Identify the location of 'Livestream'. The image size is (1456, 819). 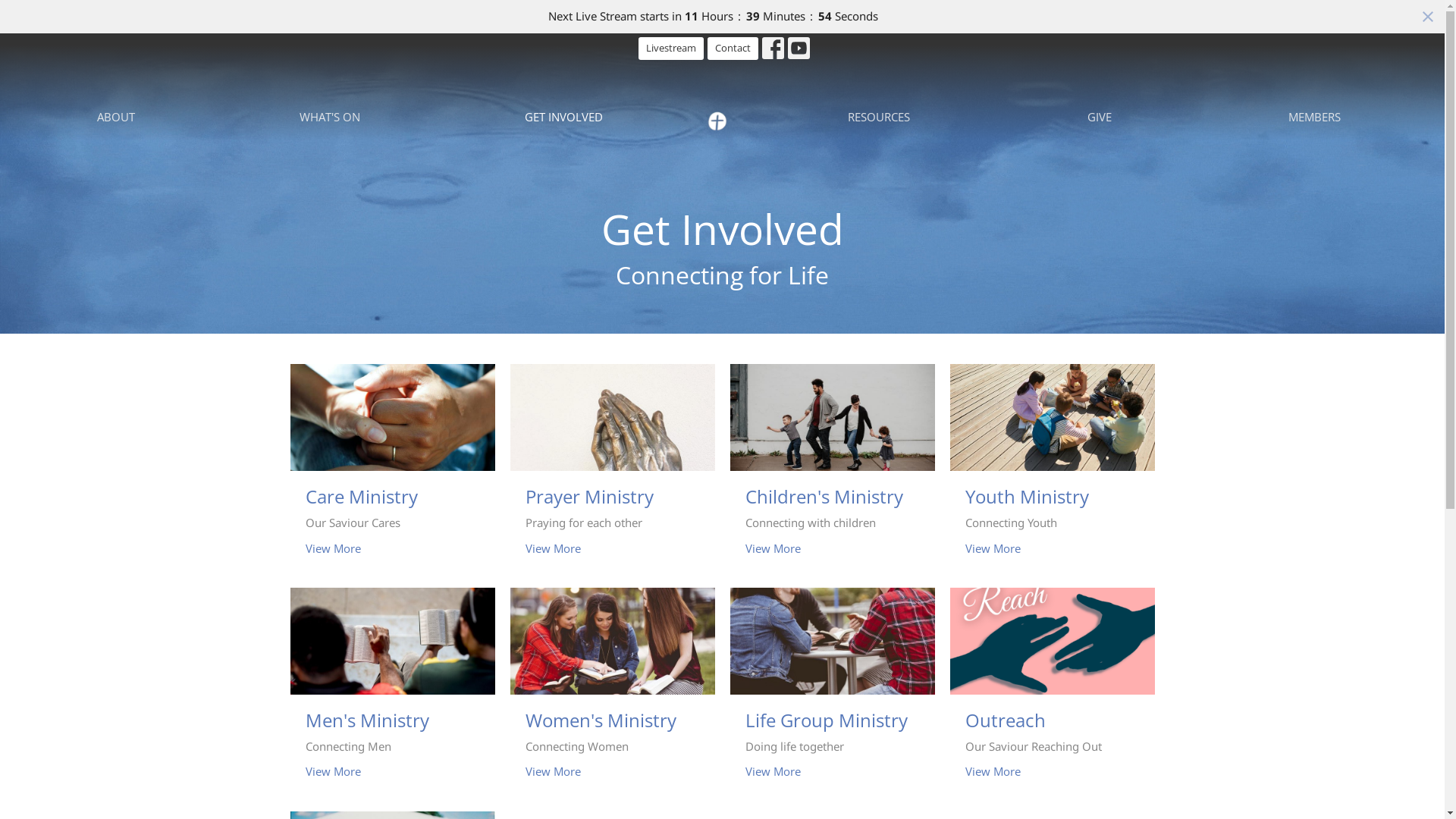
(670, 48).